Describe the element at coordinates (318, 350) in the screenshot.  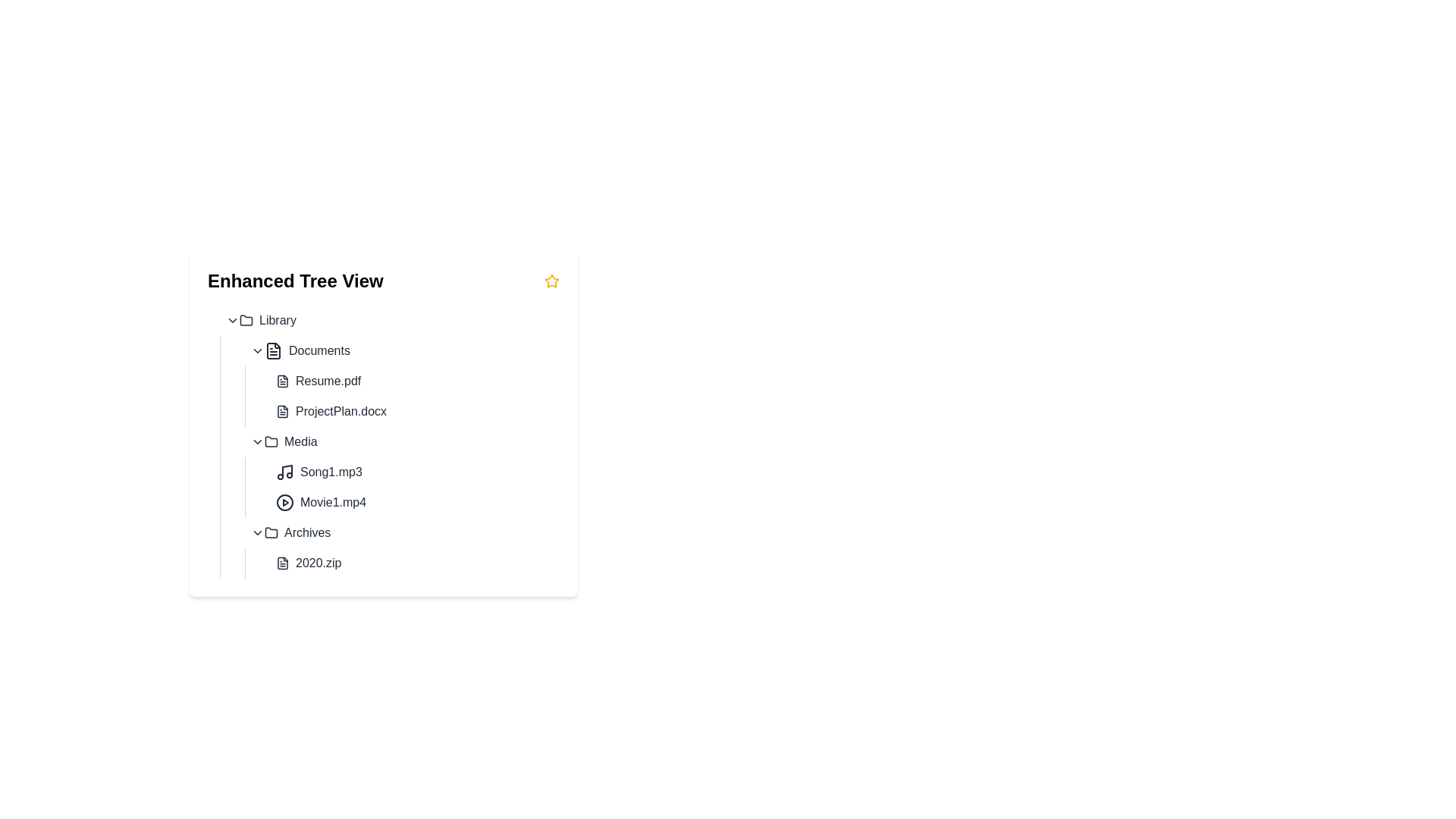
I see `the 'Documents' text label` at that location.